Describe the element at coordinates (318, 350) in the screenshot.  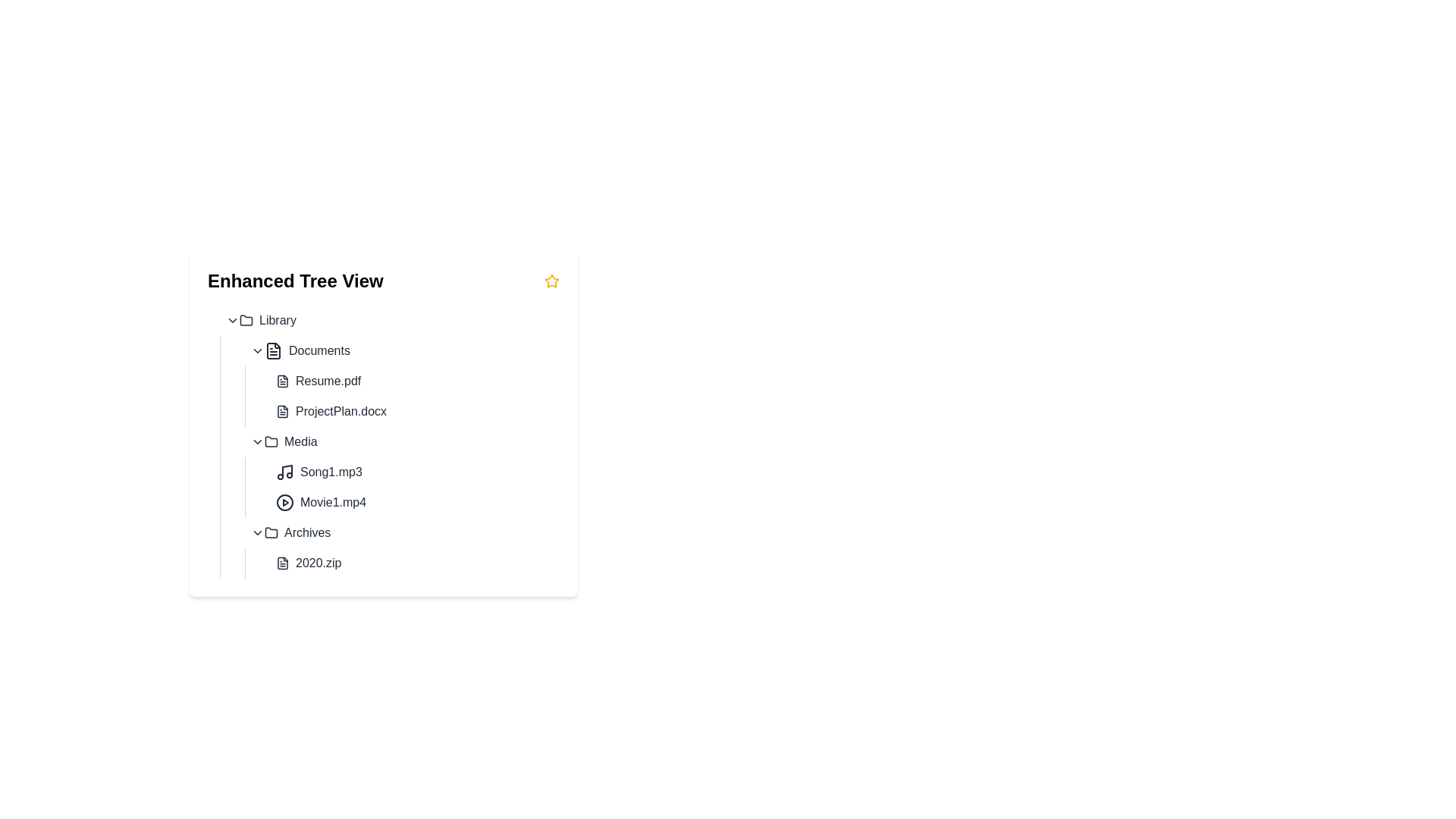
I see `the 'Documents' text label` at that location.